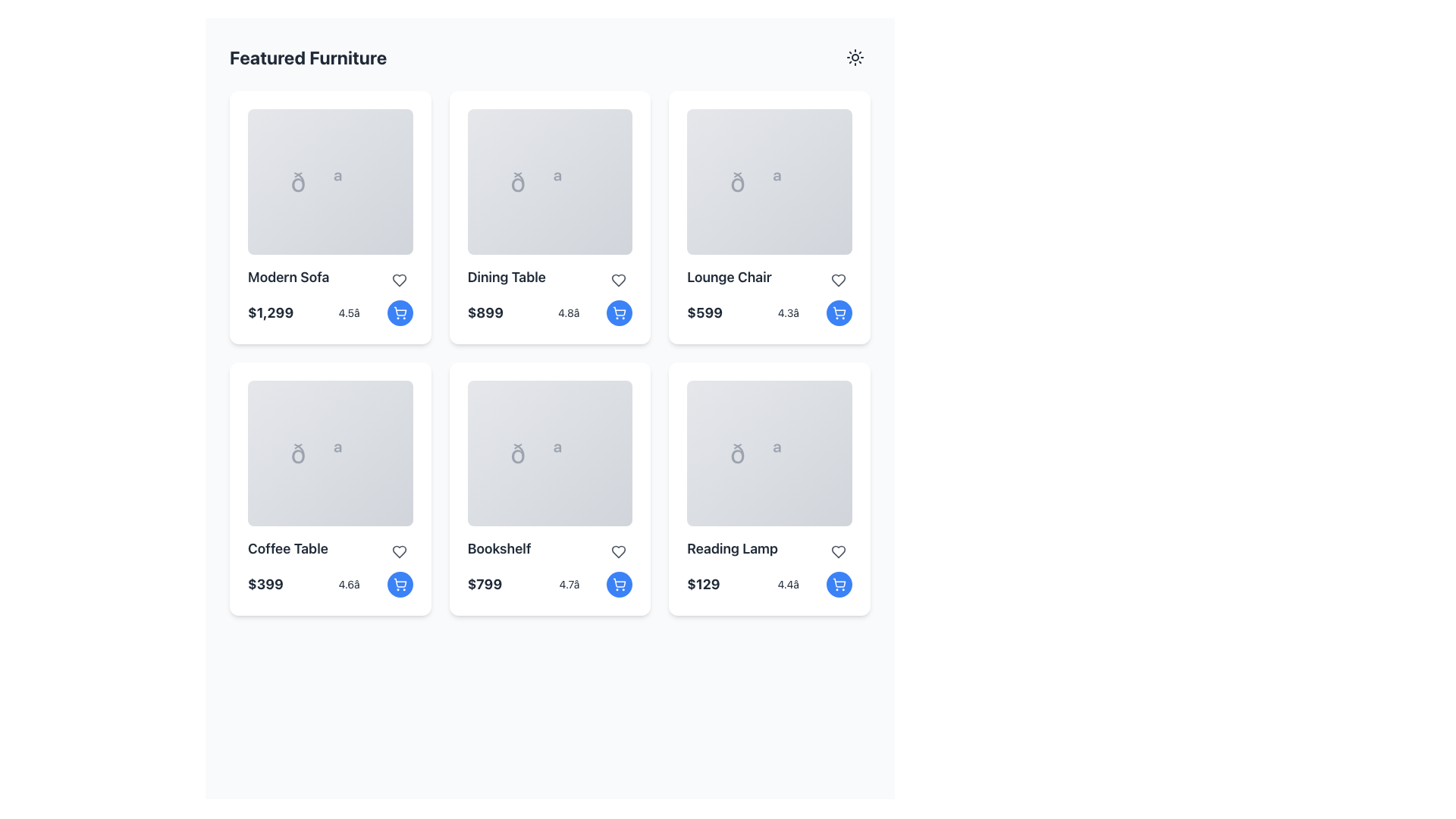  What do you see at coordinates (619, 552) in the screenshot?
I see `the heart-shaped icon in the 'Bookshelf' product card of the 'Featured Furniture' grid, which is gray and outlined, positioned to the right of the product pricing and below its title` at bounding box center [619, 552].